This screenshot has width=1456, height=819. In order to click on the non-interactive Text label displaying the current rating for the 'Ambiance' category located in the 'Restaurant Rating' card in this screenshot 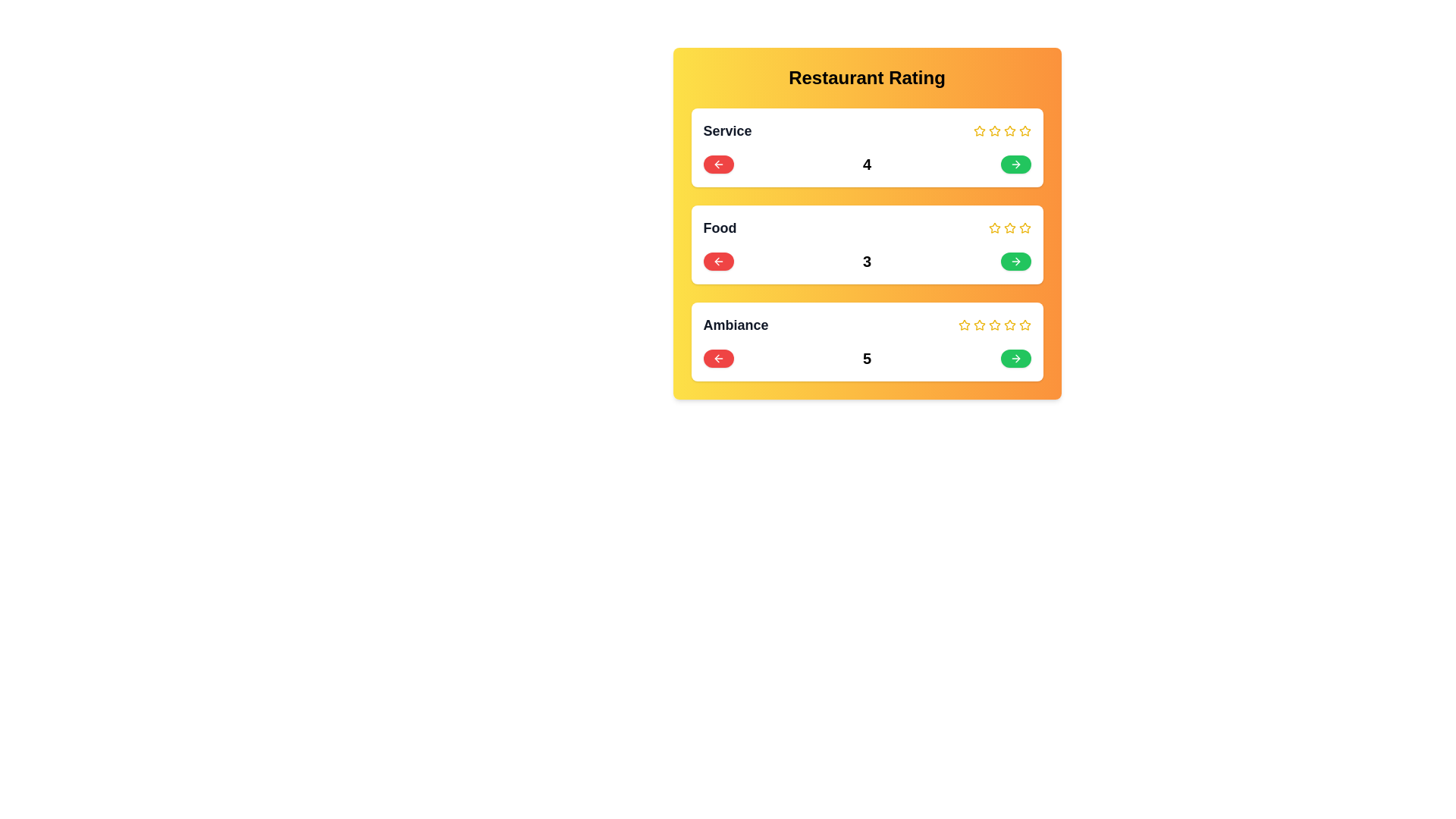, I will do `click(867, 359)`.